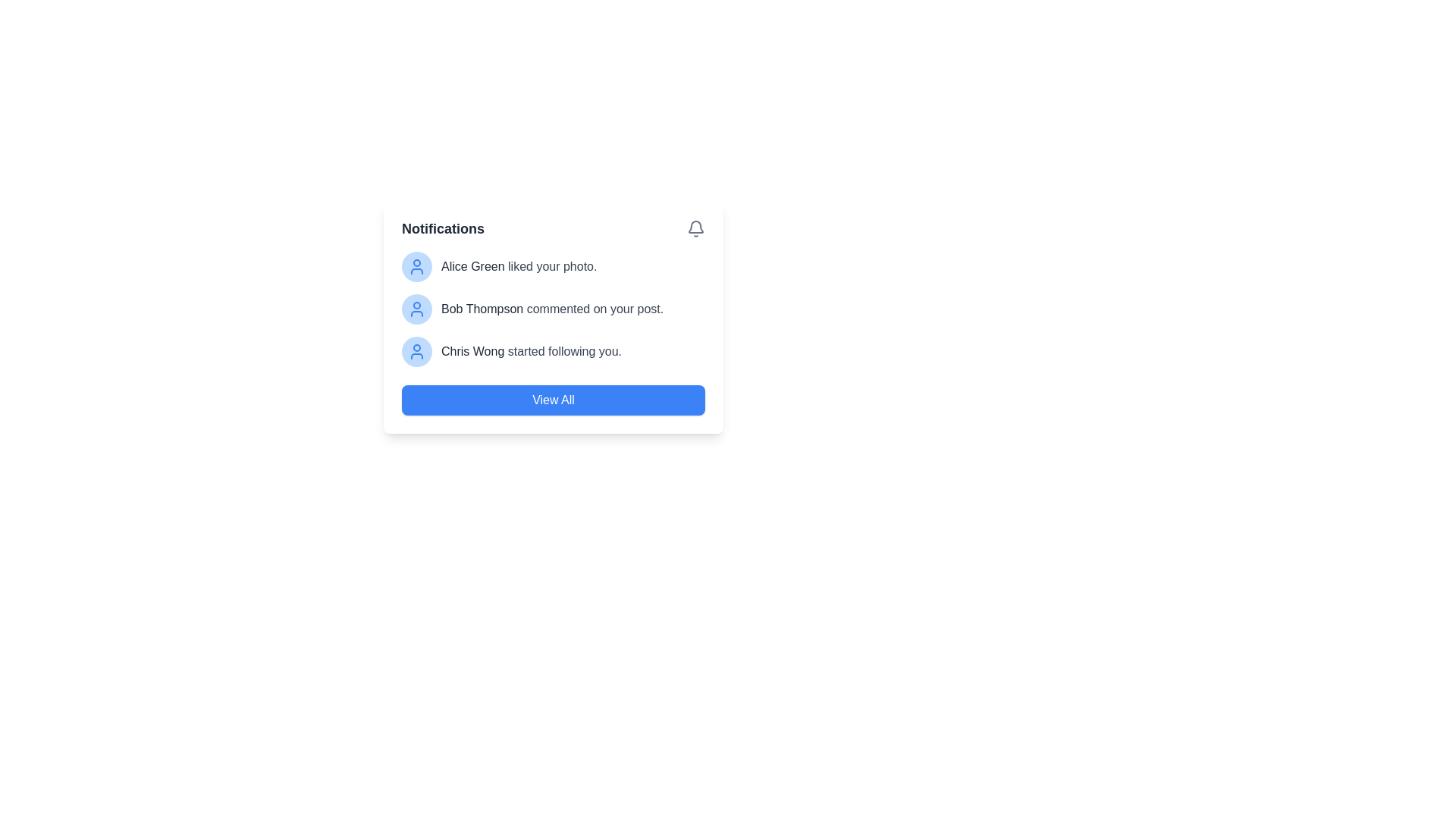 The width and height of the screenshot is (1456, 819). What do you see at coordinates (552, 351) in the screenshot?
I see `the static notification entry that states 'Chris Wong started following you.' This entry is the third in the notification list, positioned below the notification about Bob Thompson` at bounding box center [552, 351].